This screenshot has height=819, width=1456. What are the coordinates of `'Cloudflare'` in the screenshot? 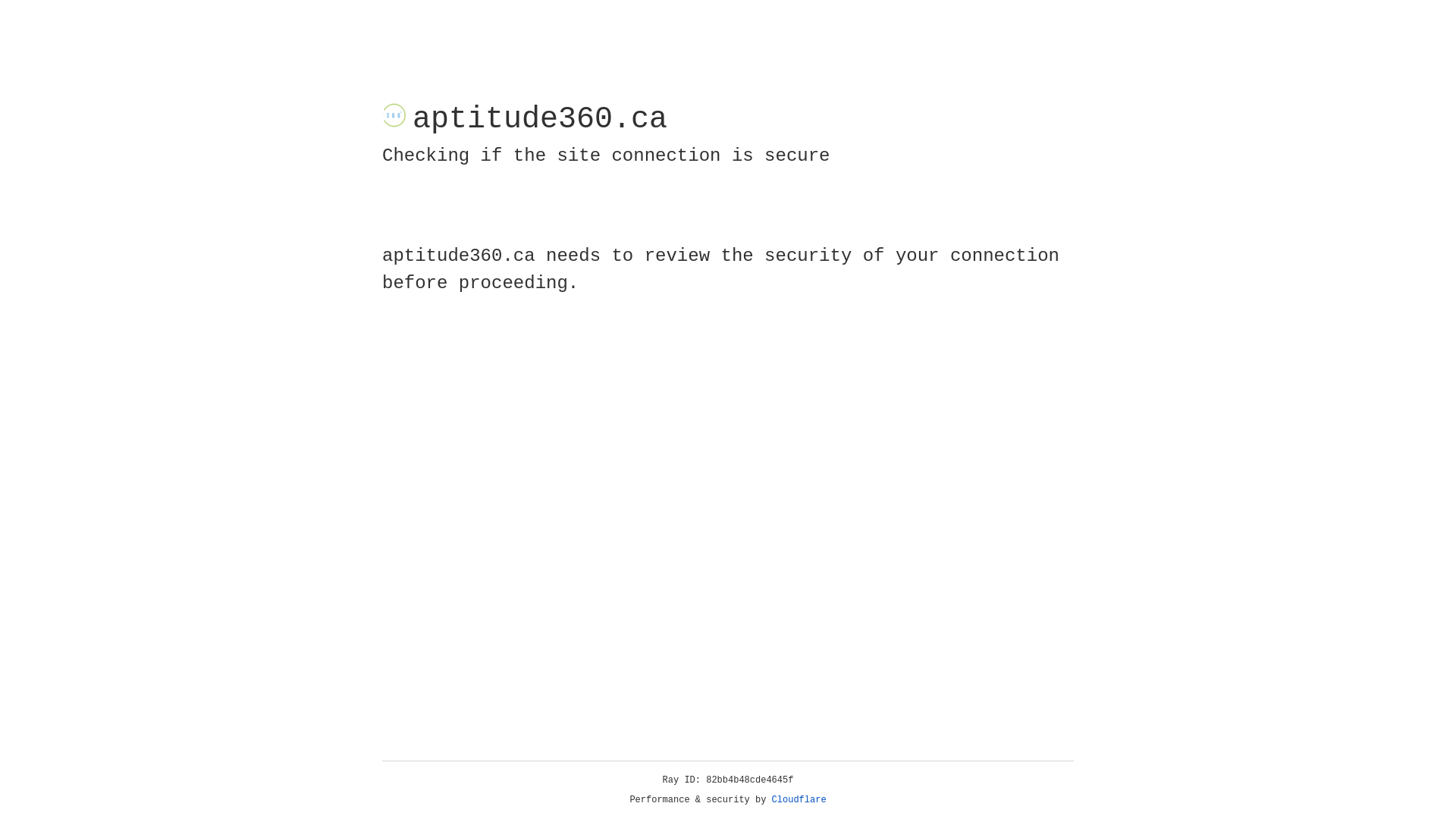 It's located at (799, 799).